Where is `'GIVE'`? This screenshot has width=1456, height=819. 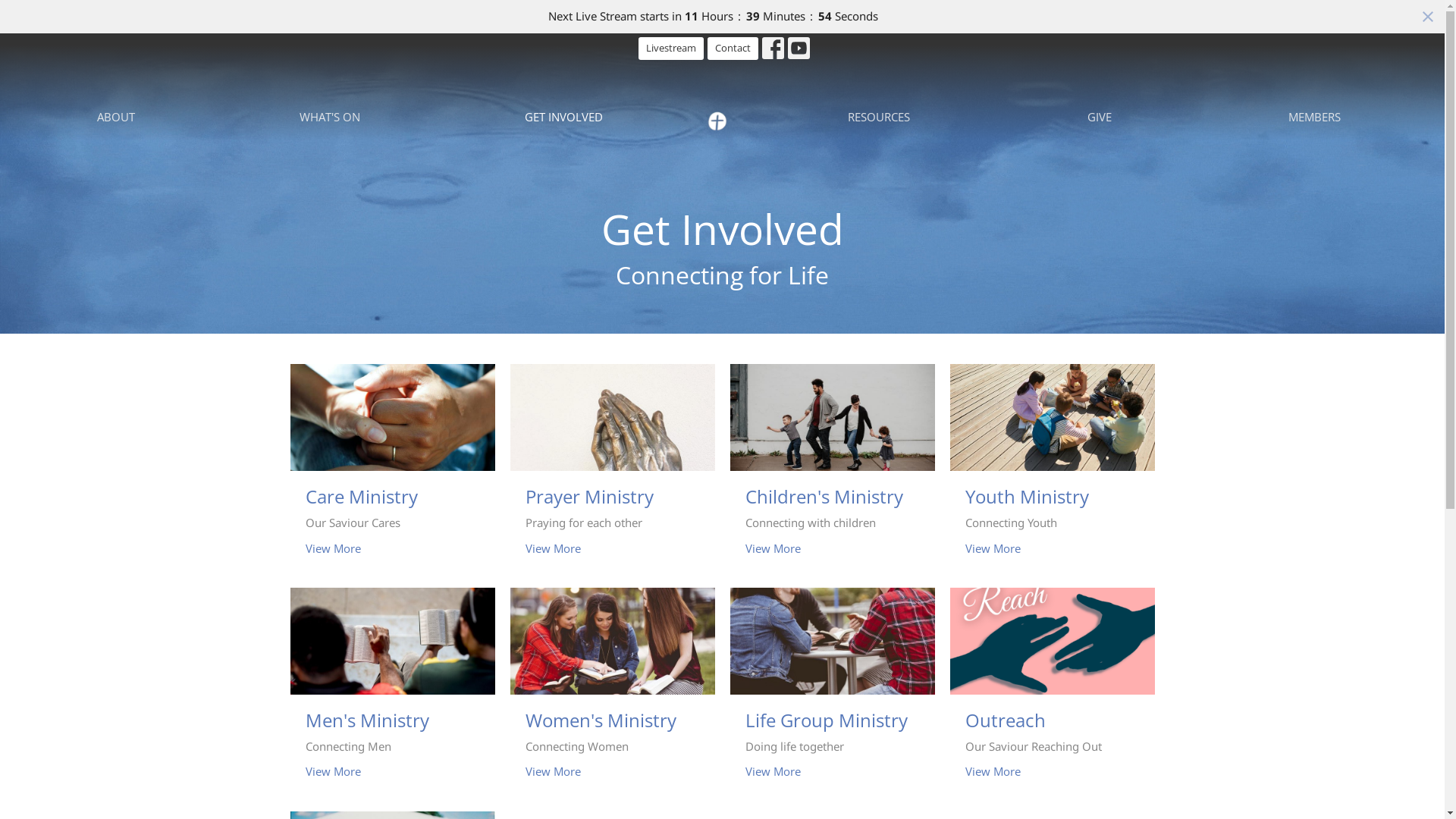
'GIVE' is located at coordinates (1099, 116).